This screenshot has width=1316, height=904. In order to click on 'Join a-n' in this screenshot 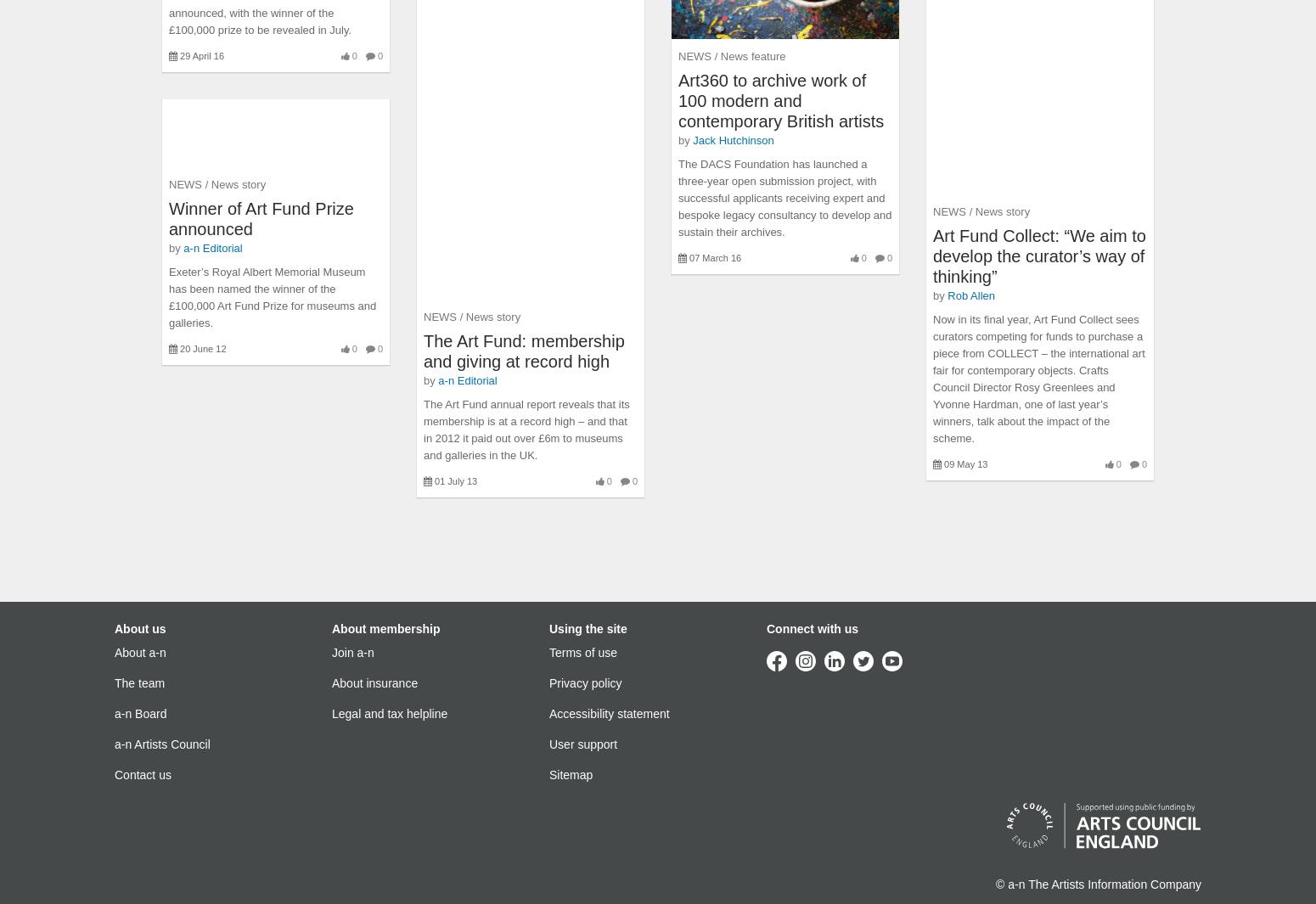, I will do `click(352, 653)`.